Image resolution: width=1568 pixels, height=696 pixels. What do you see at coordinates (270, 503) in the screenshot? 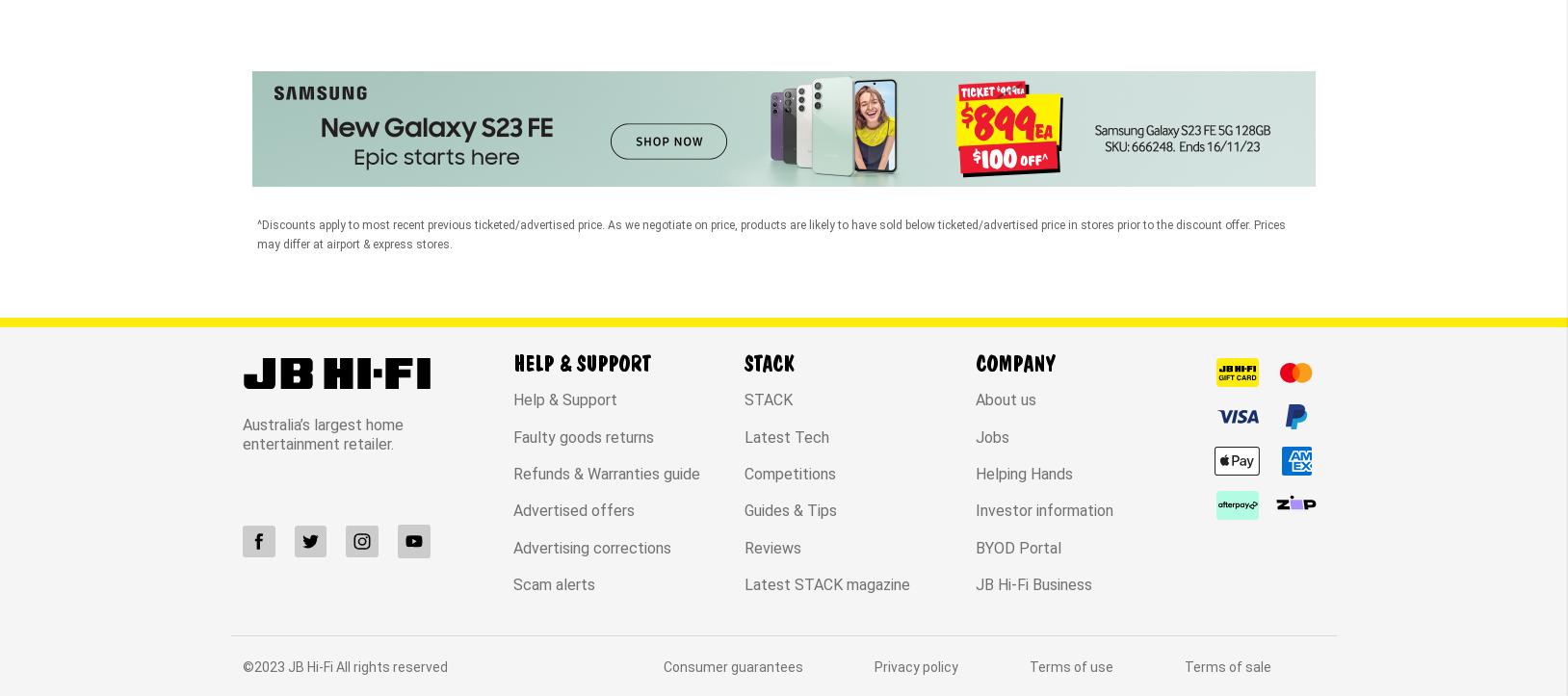
I see `'2023'` at bounding box center [270, 503].